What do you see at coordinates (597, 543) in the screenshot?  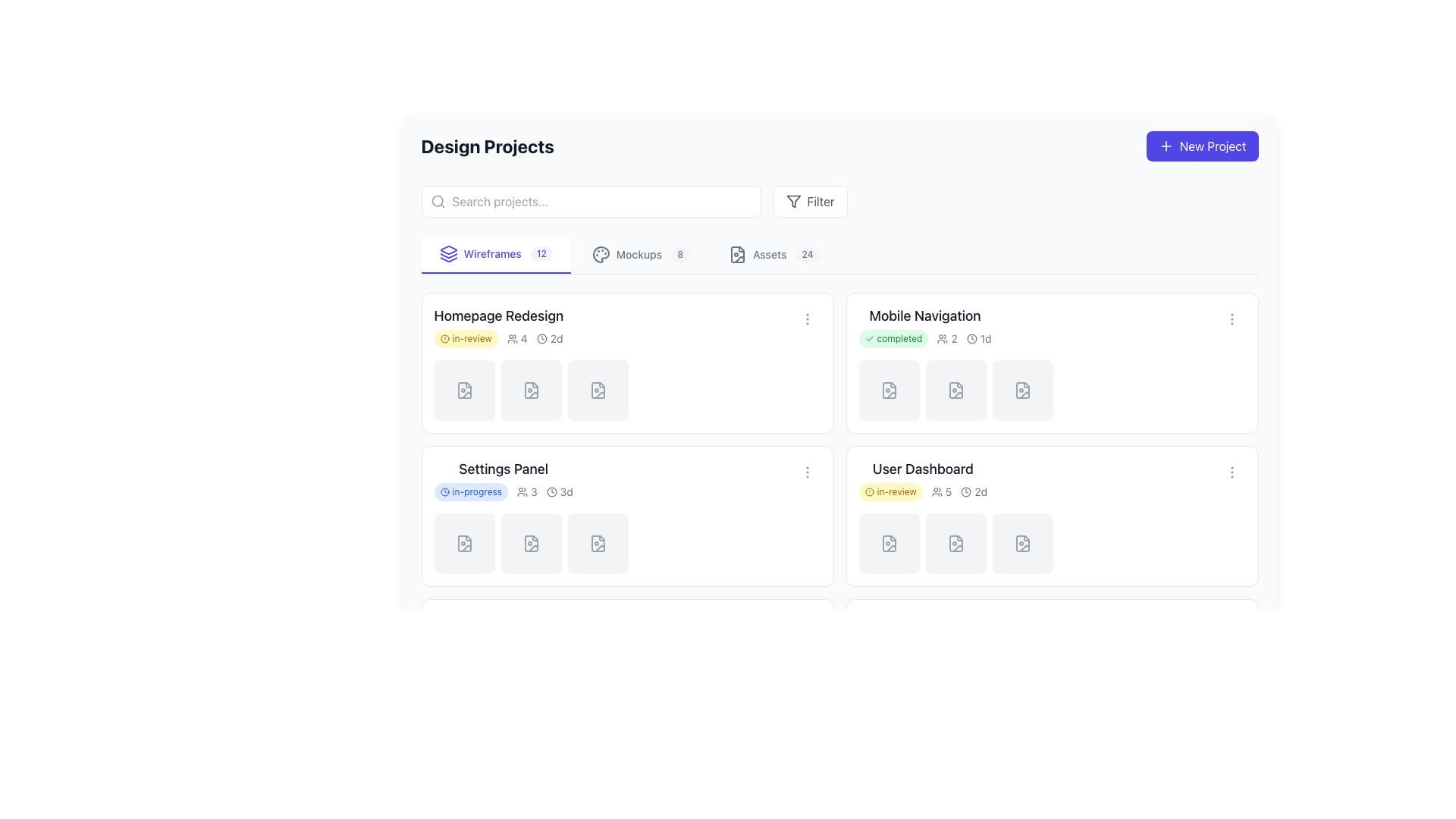 I see `the Icon placeholder in the Settings Panel card, which is a square element with a light gray background and a file document icon` at bounding box center [597, 543].